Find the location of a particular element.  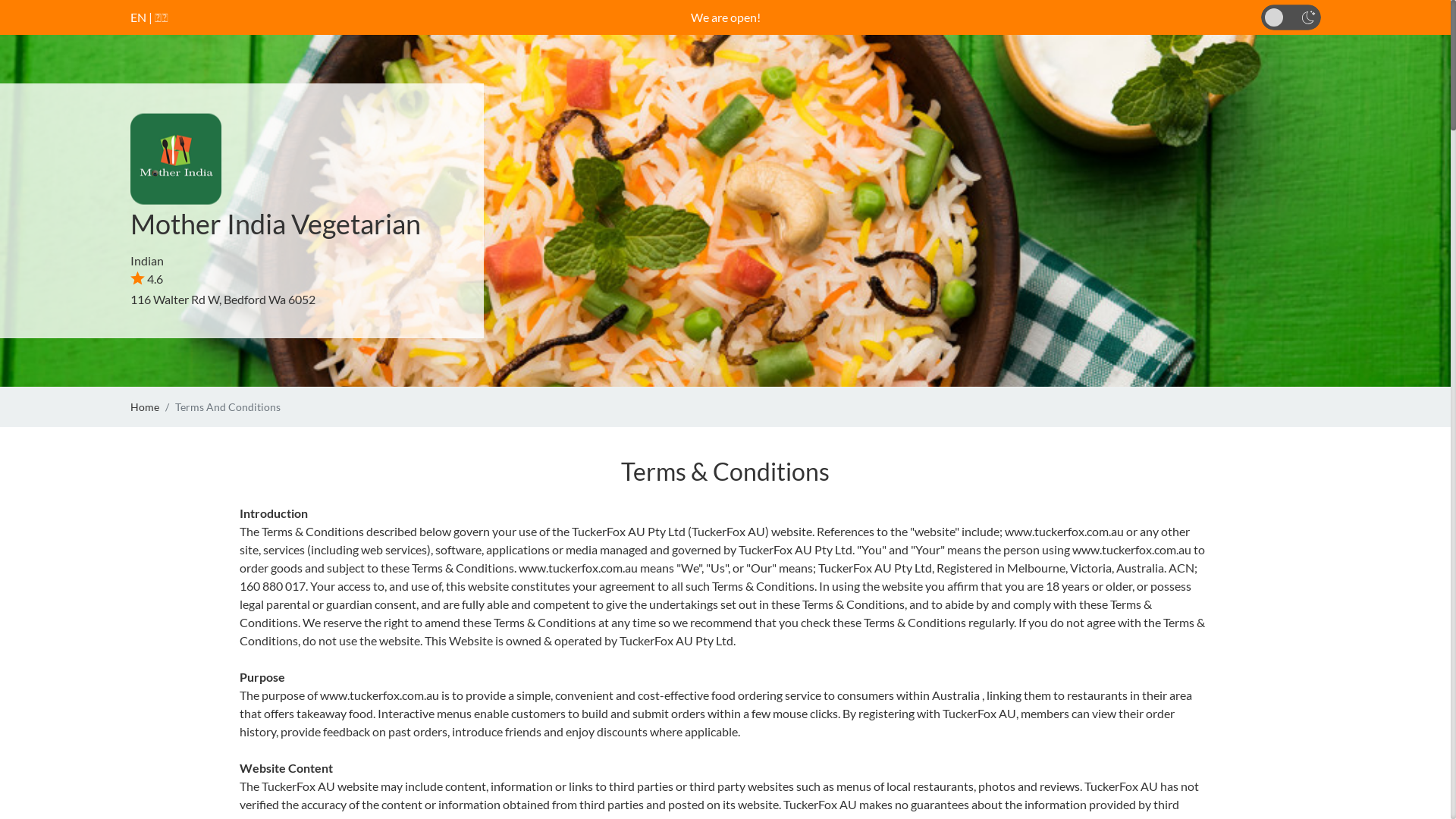

'4.6' is located at coordinates (146, 278).